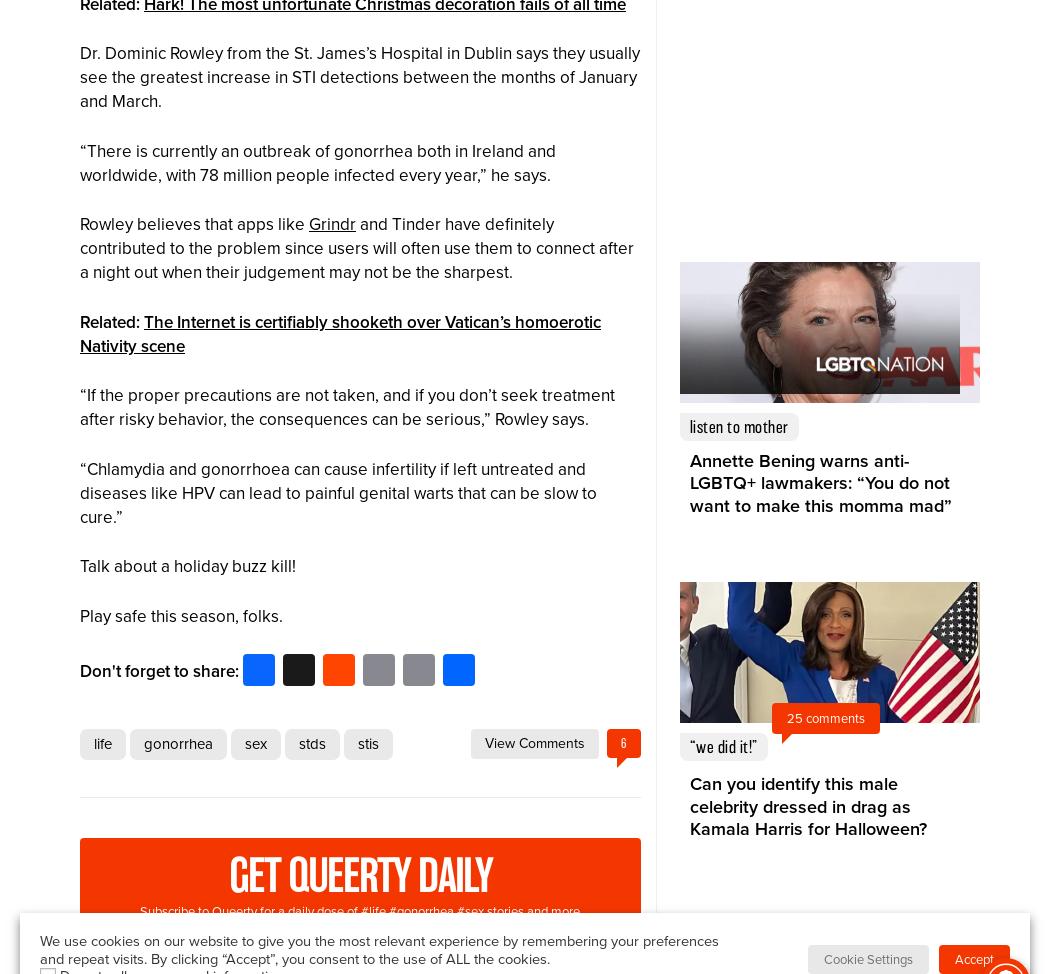 The height and width of the screenshot is (974, 1050). Describe the element at coordinates (181, 614) in the screenshot. I see `'Play safe this season, folks.'` at that location.